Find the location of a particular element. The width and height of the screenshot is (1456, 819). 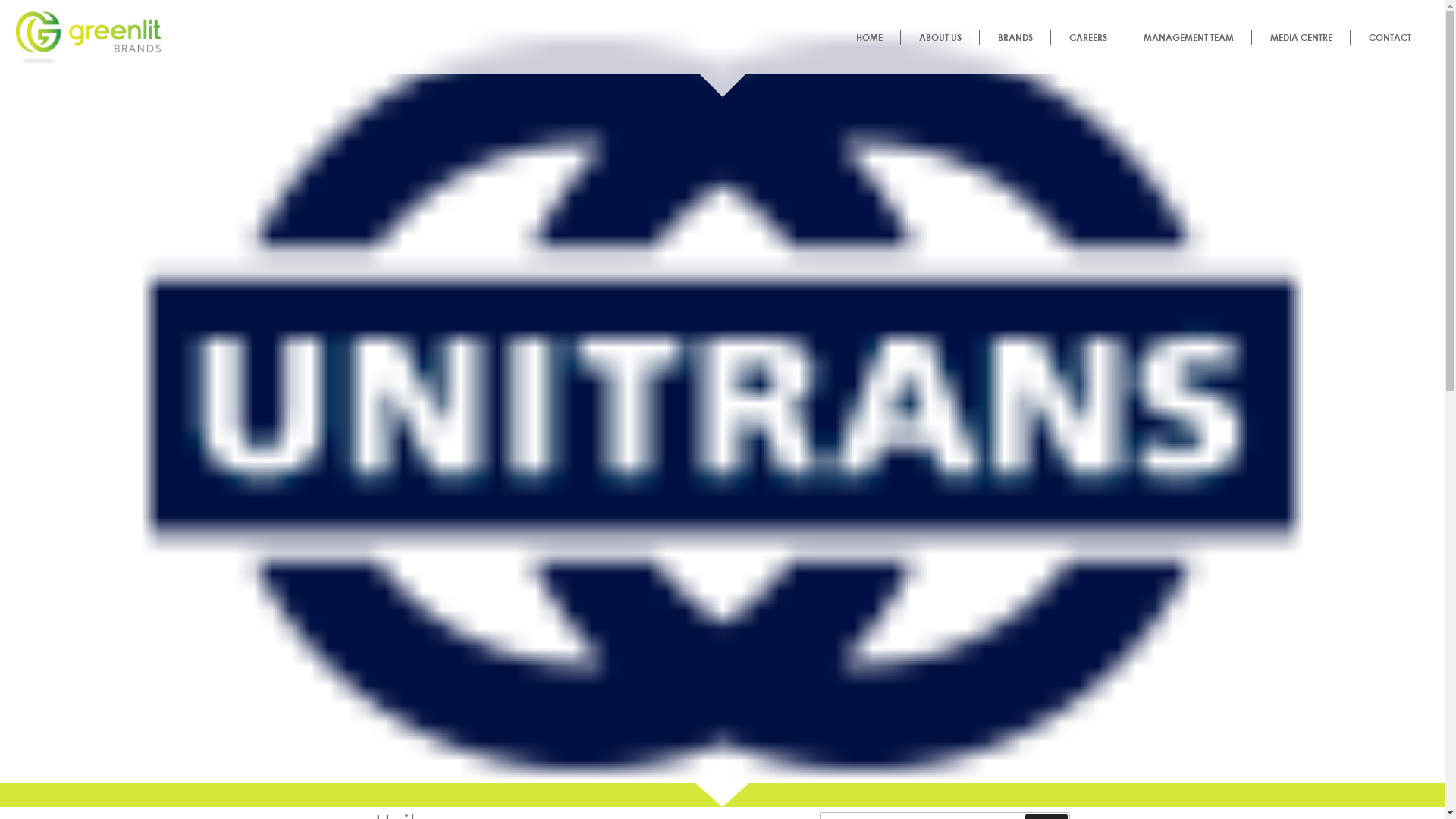

'CAREERS' is located at coordinates (1087, 36).